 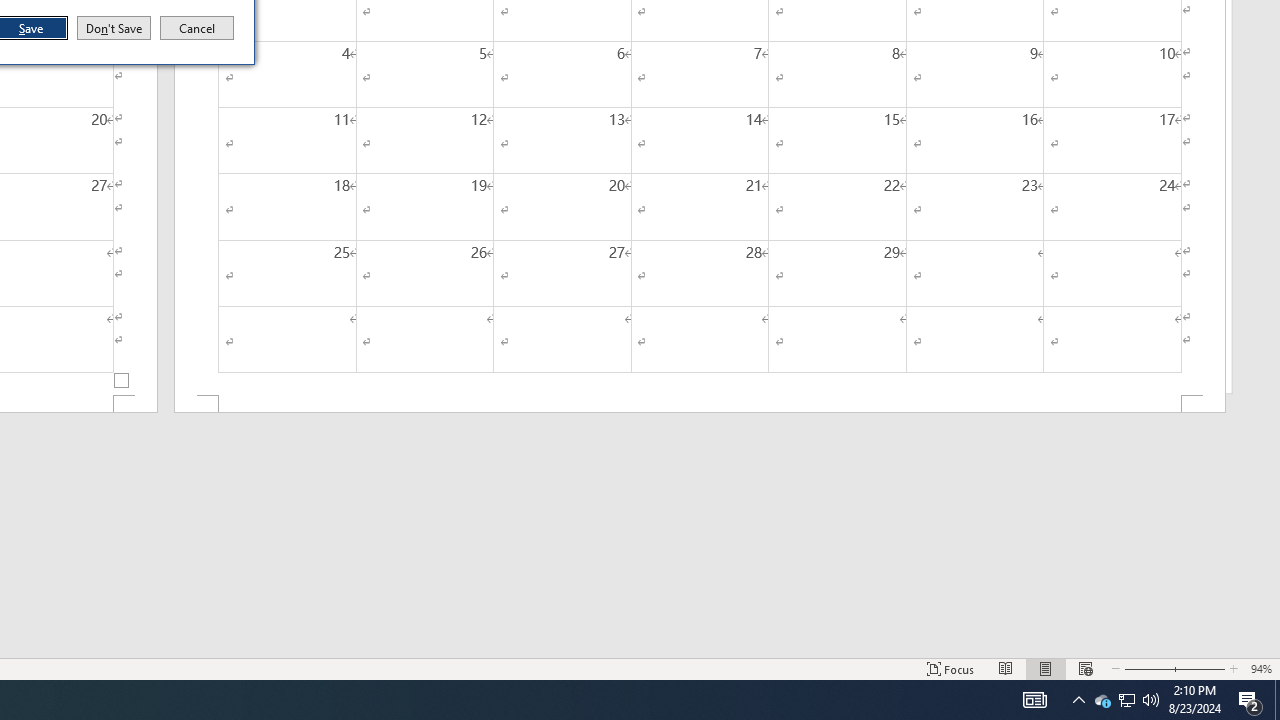 I want to click on 'Zoom Out', so click(x=1147, y=669).